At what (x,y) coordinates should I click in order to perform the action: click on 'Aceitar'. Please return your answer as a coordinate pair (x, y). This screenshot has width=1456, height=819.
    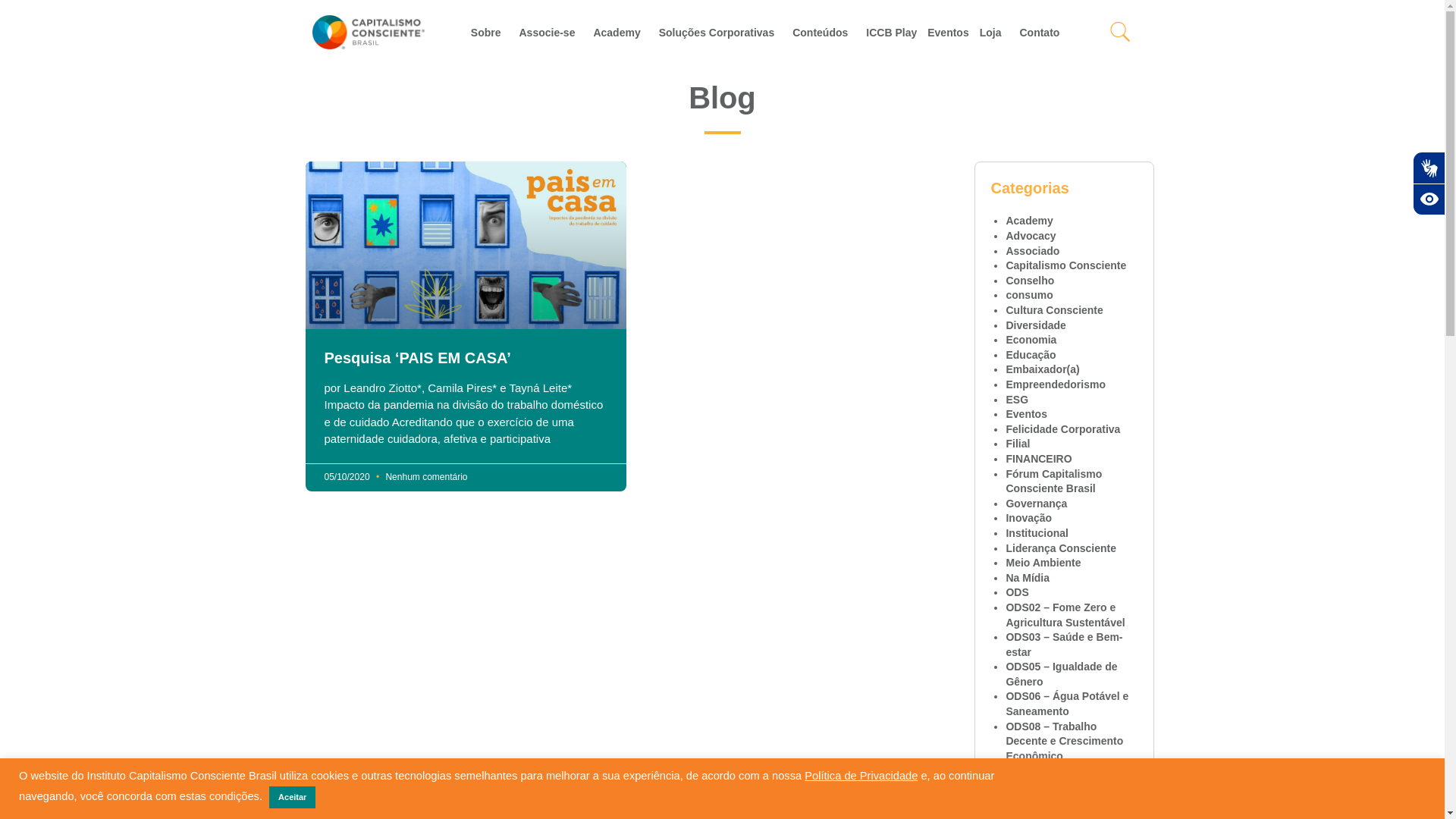
    Looking at the image, I should click on (292, 796).